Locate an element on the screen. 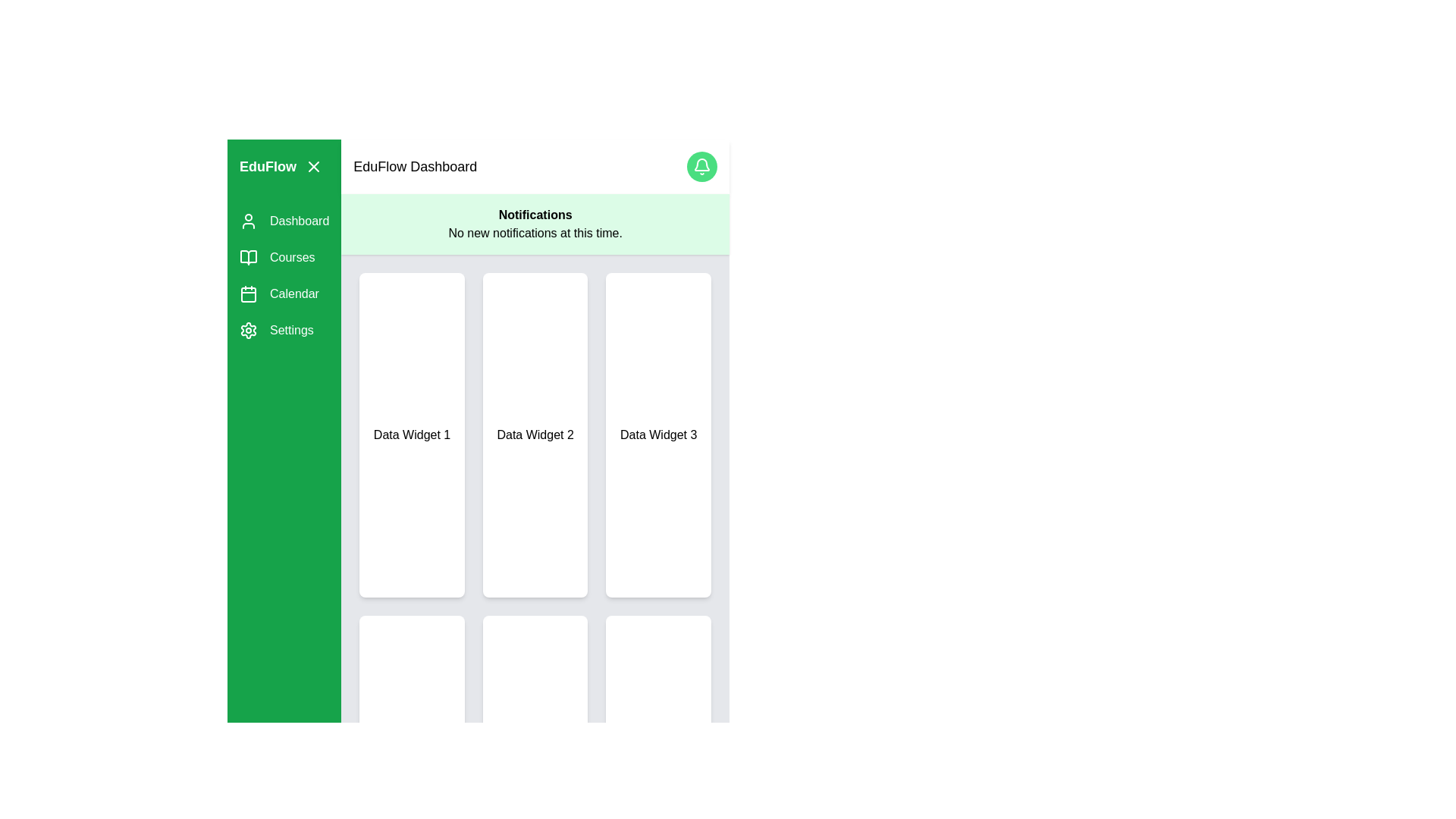 This screenshot has width=1456, height=819. the navigation button for the 'Settings' page located in the sidebar menu, which is the fourth item below 'Calendar', to trigger a visual effect is located at coordinates (284, 329).